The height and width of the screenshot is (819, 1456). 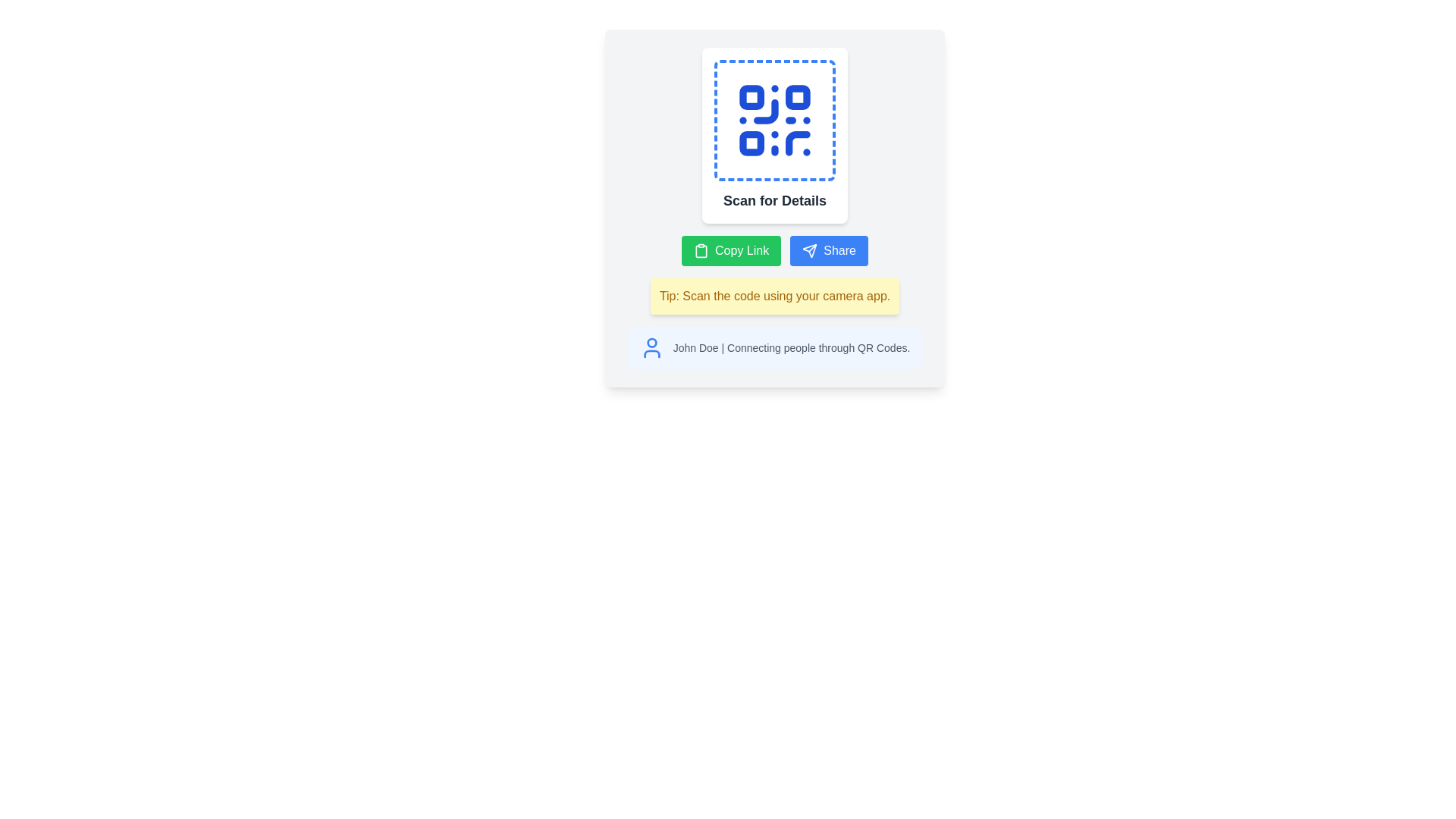 I want to click on the decorative graphical component located in the bottom-left section of the QR code, so click(x=752, y=143).